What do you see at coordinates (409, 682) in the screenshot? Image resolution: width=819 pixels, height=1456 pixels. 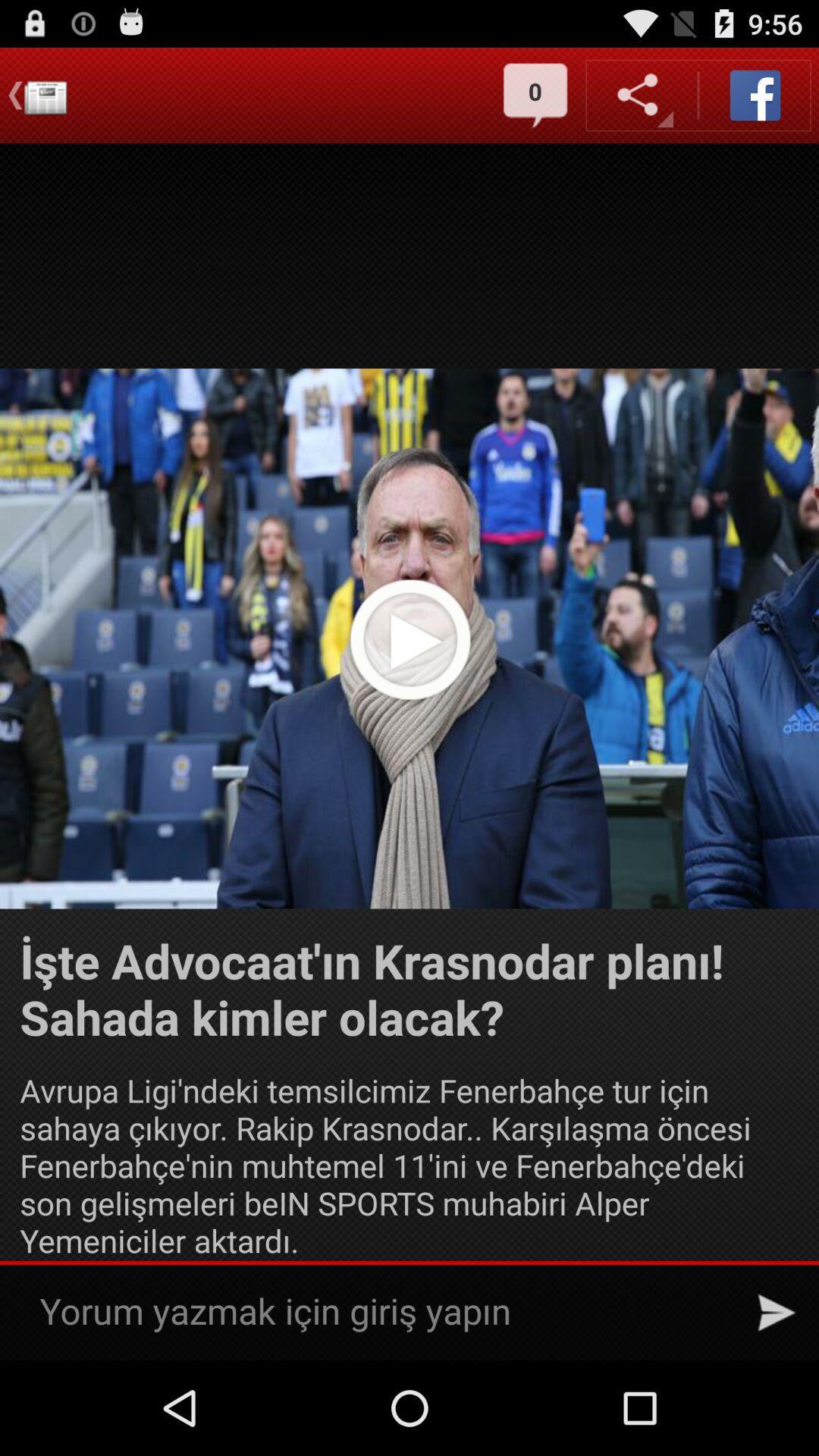 I see `the play icon` at bounding box center [409, 682].